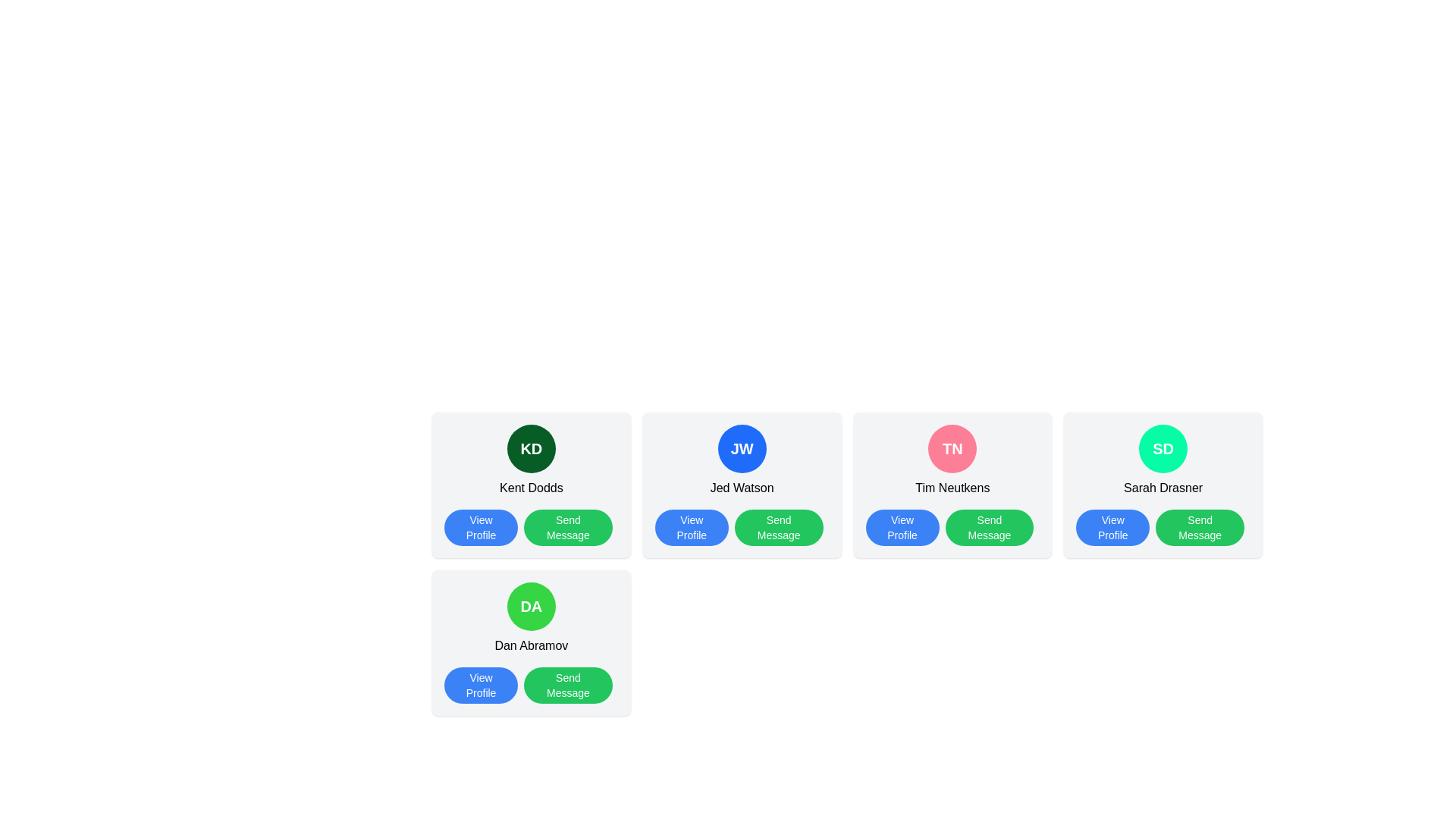 Image resolution: width=1456 pixels, height=819 pixels. Describe the element at coordinates (480, 685) in the screenshot. I see `the 'View Profile' button` at that location.